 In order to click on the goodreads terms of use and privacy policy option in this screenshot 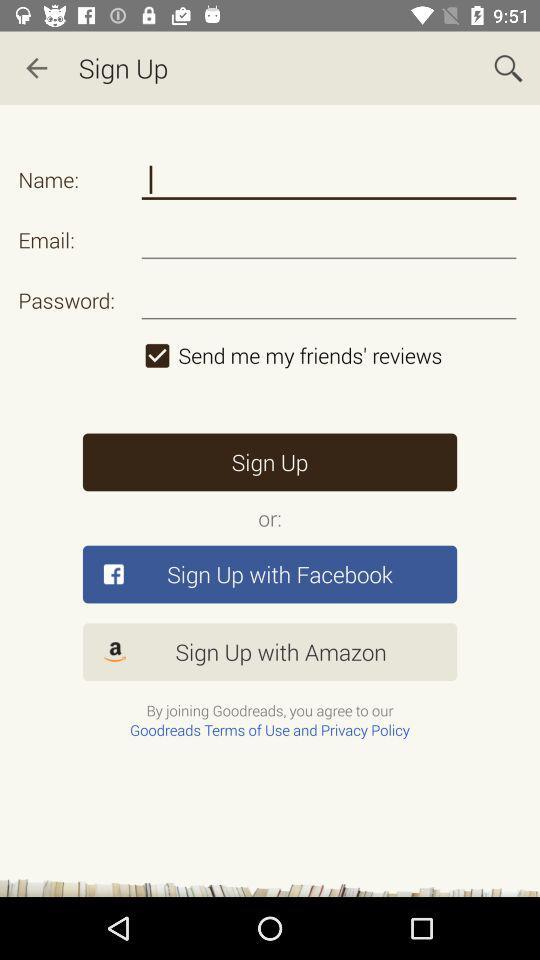, I will do `click(270, 728)`.